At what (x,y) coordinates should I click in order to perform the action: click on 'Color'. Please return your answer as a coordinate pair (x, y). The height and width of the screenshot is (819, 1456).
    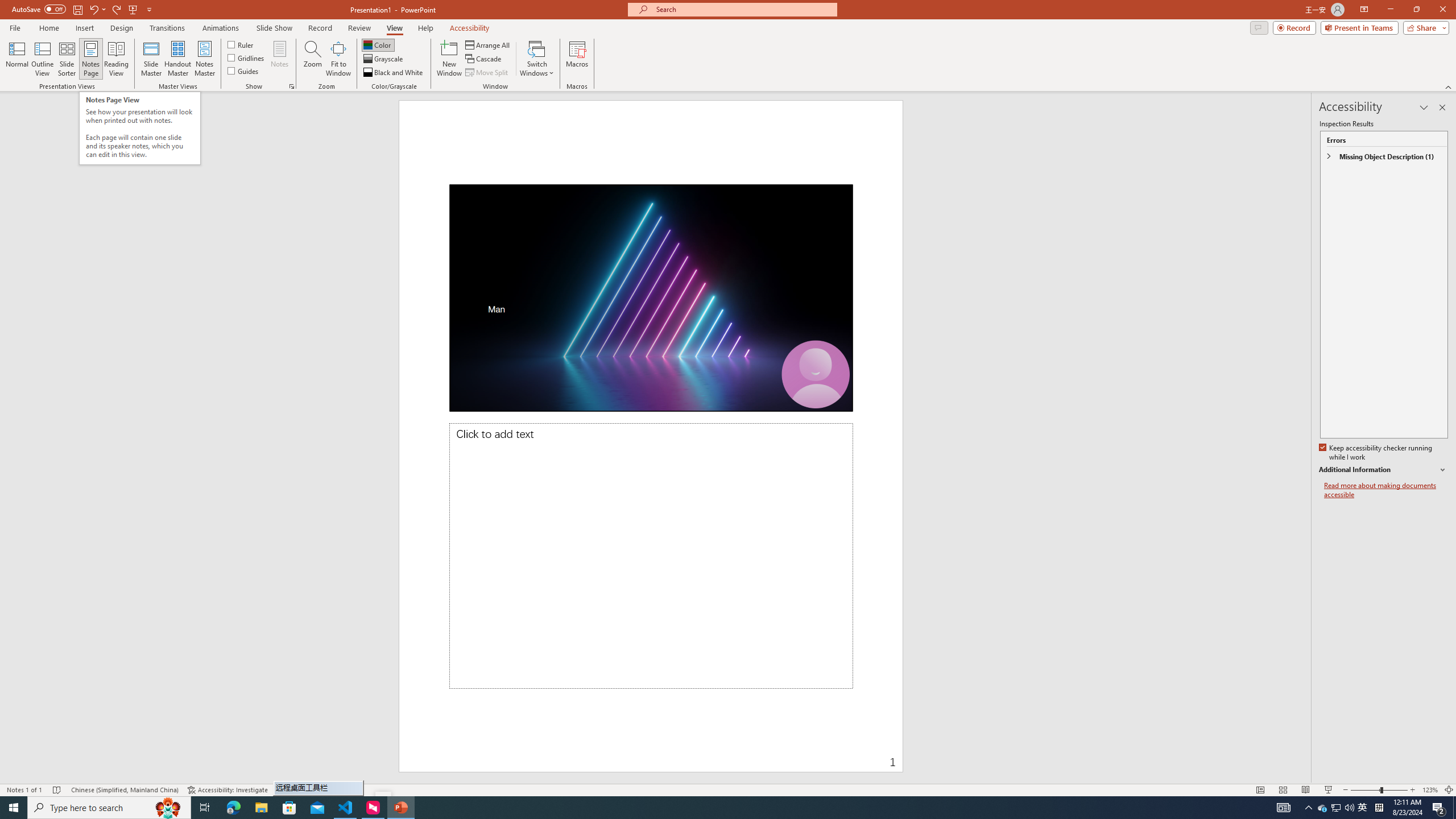
    Looking at the image, I should click on (378, 44).